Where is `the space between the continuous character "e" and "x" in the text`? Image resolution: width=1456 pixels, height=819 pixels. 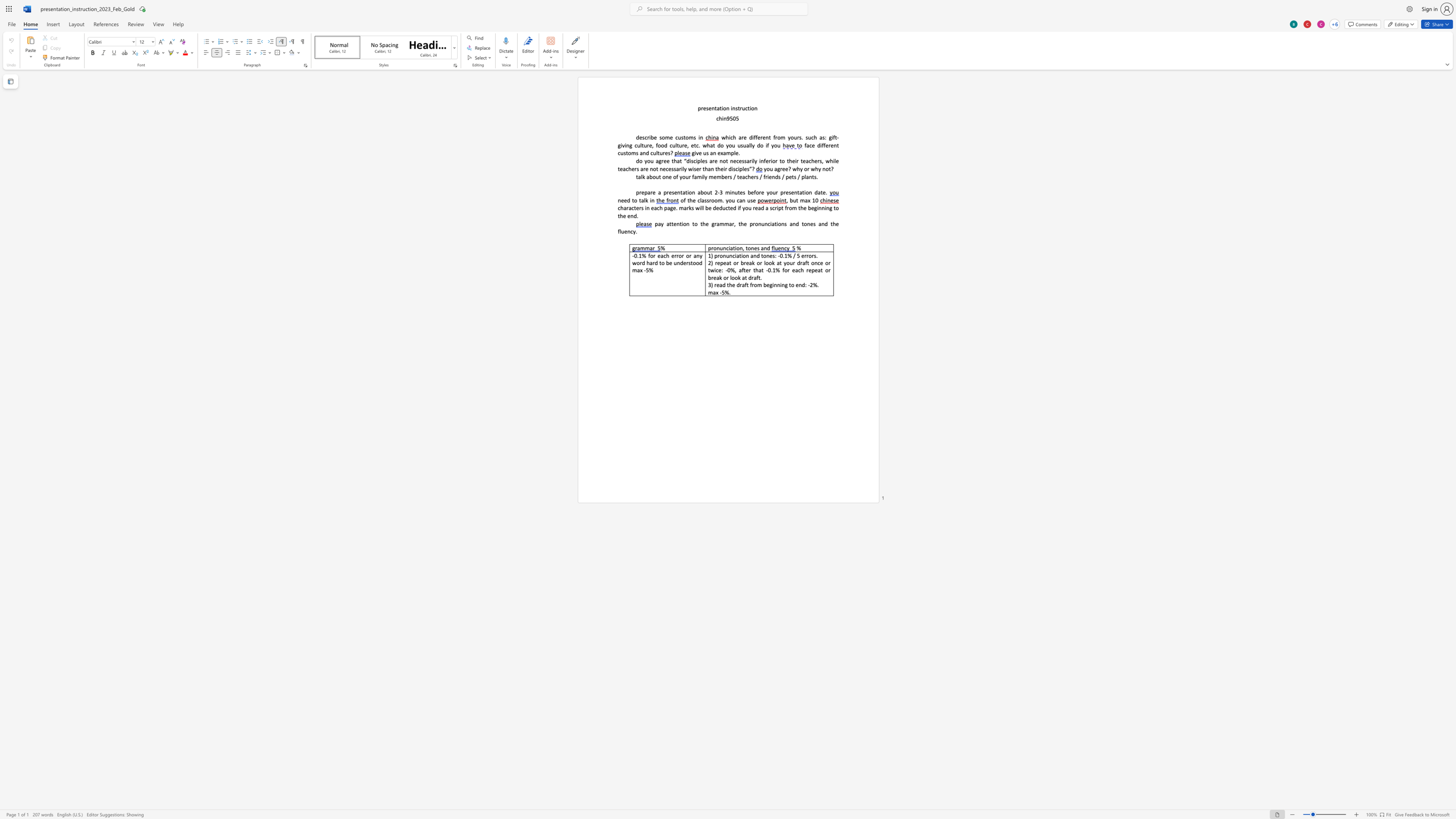 the space between the continuous character "e" and "x" in the text is located at coordinates (720, 153).